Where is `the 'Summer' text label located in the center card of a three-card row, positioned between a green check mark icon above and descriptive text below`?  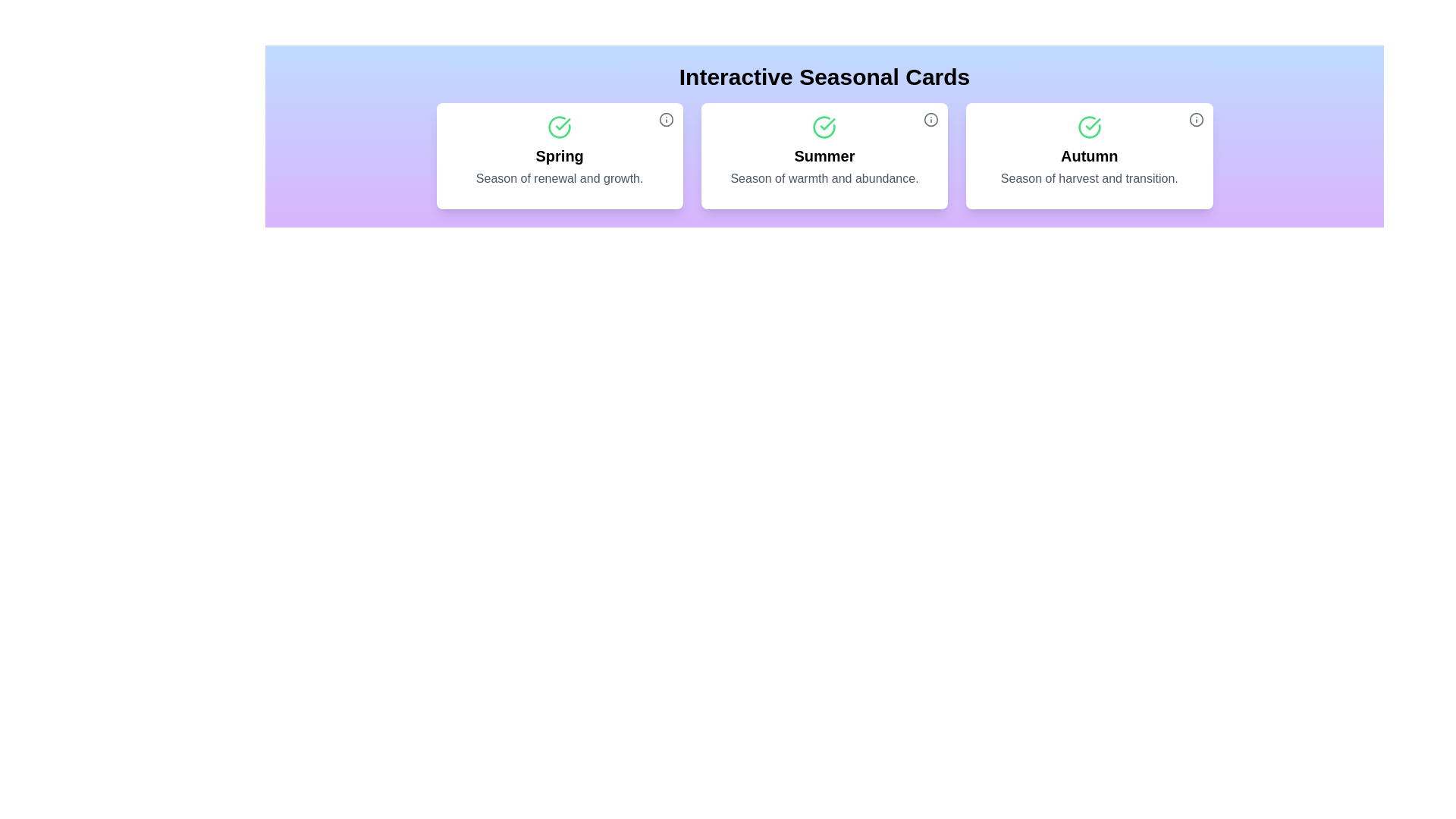
the 'Summer' text label located in the center card of a three-card row, positioned between a green check mark icon above and descriptive text below is located at coordinates (824, 155).